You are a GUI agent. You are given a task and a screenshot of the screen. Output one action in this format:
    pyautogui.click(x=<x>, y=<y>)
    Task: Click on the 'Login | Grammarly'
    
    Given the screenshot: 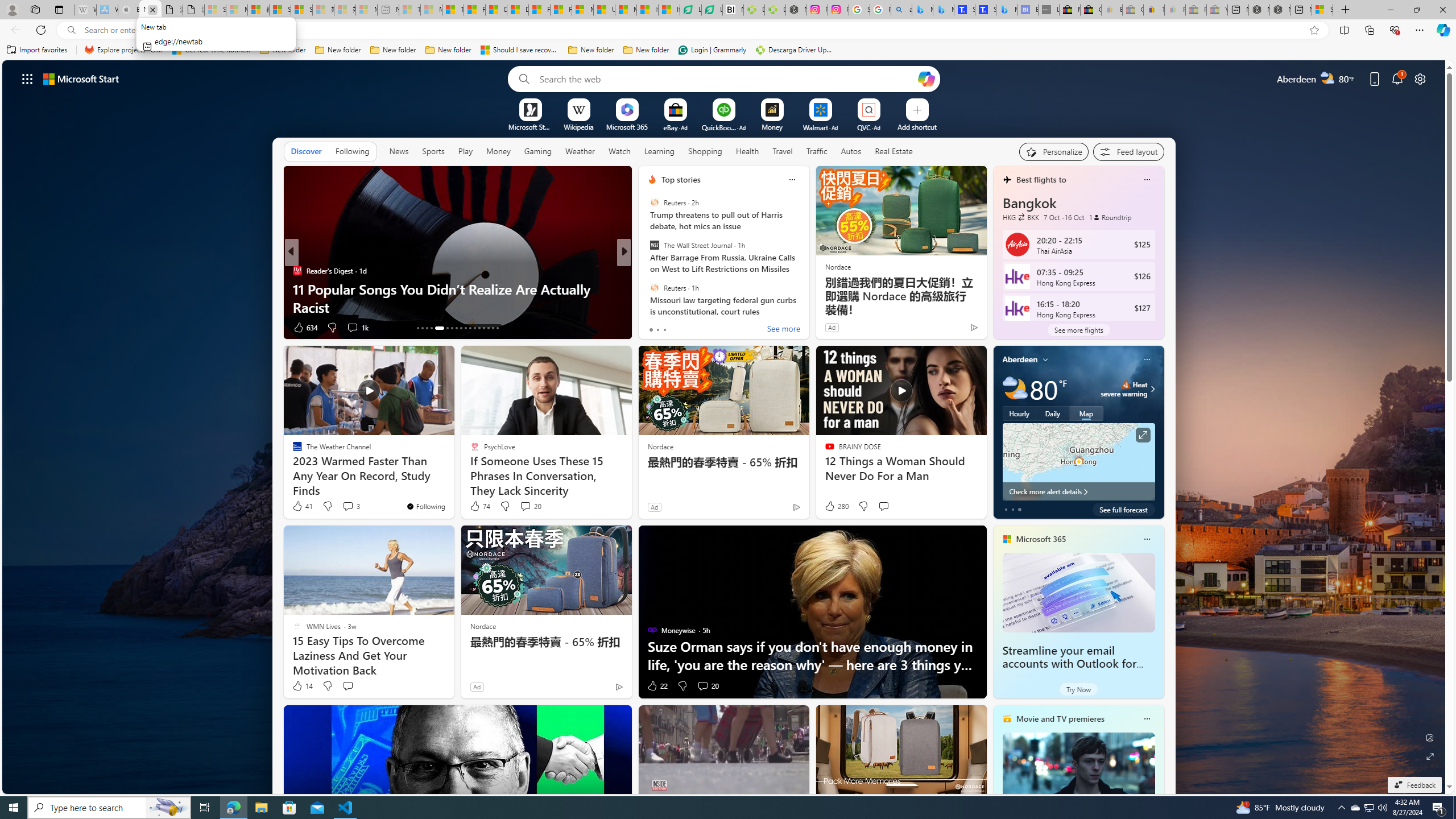 What is the action you would take?
    pyautogui.click(x=712, y=49)
    